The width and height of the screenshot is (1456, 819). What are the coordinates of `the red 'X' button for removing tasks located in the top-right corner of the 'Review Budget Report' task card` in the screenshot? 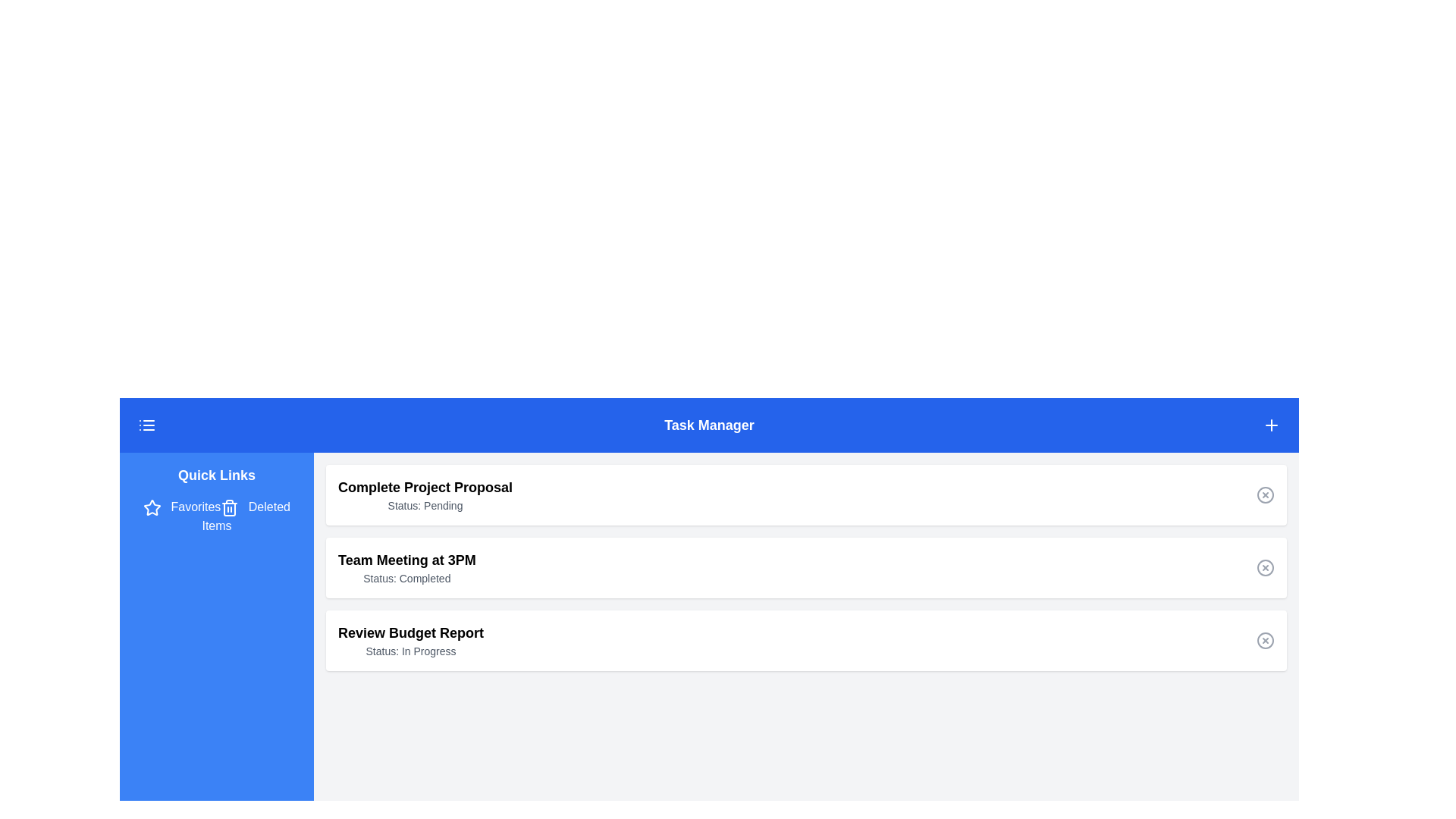 It's located at (1266, 640).